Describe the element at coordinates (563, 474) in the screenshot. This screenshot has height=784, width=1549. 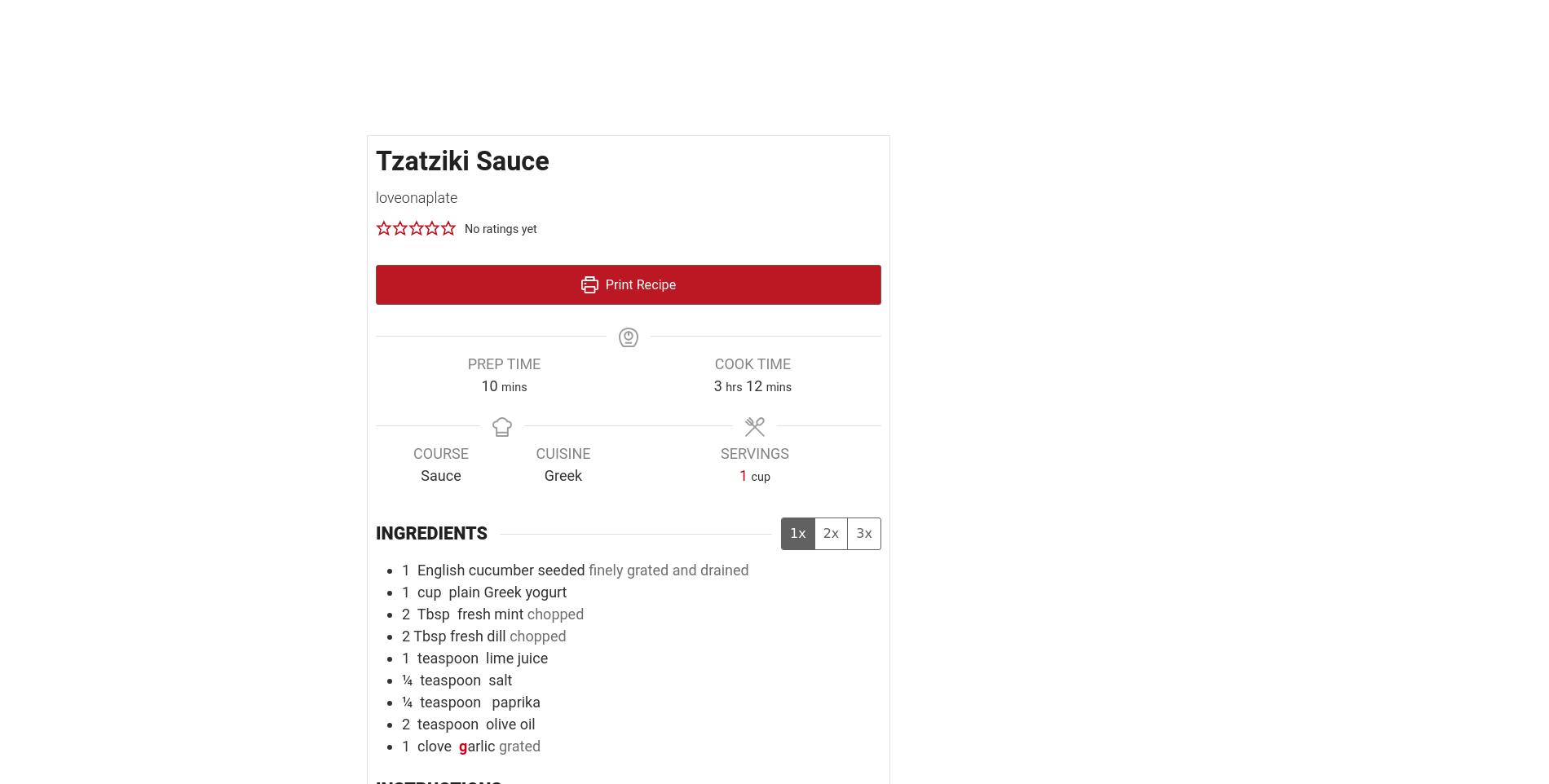
I see `'Greek'` at that location.